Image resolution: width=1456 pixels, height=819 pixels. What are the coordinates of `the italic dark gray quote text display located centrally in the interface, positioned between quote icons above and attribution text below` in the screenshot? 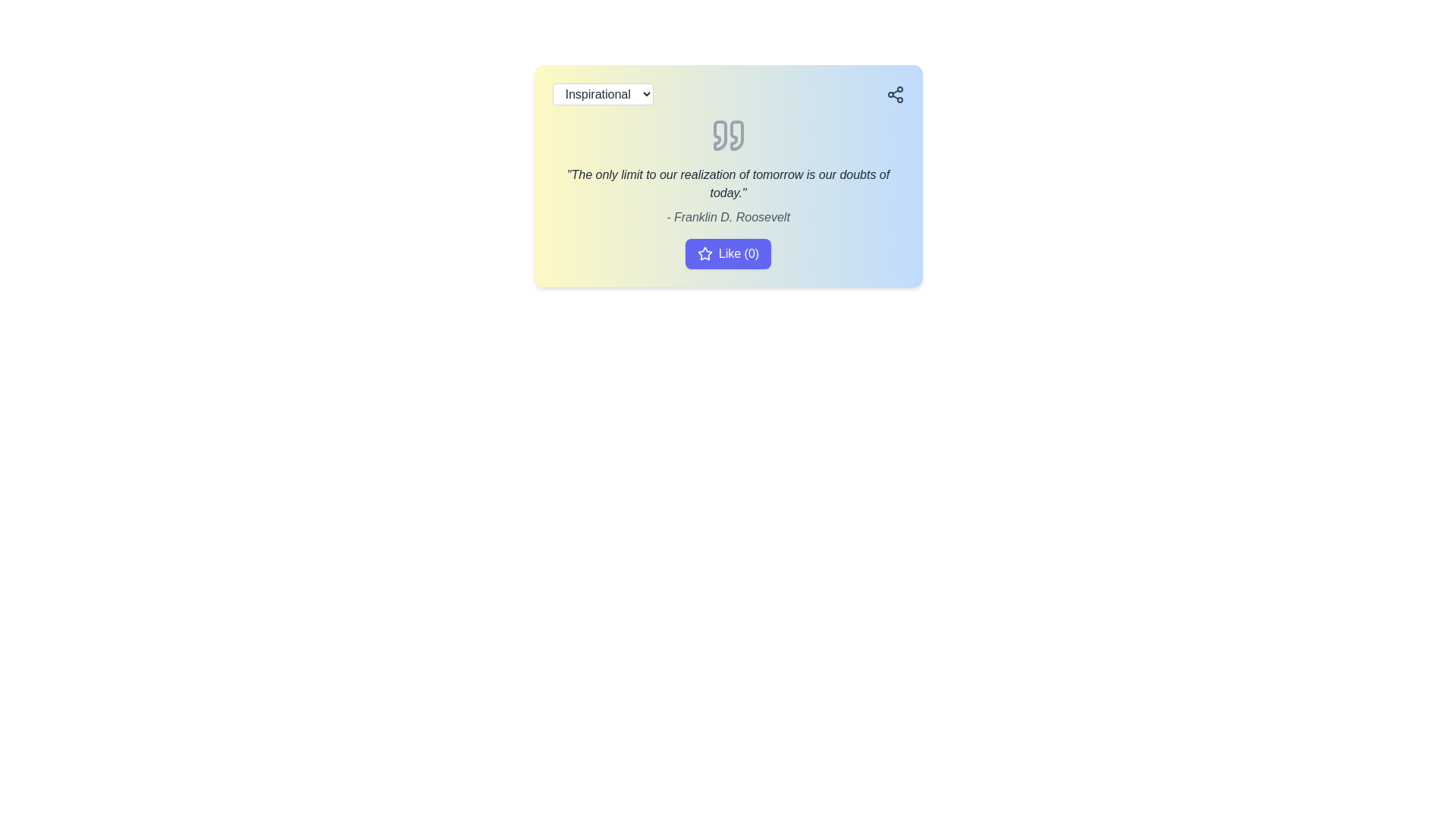 It's located at (728, 184).